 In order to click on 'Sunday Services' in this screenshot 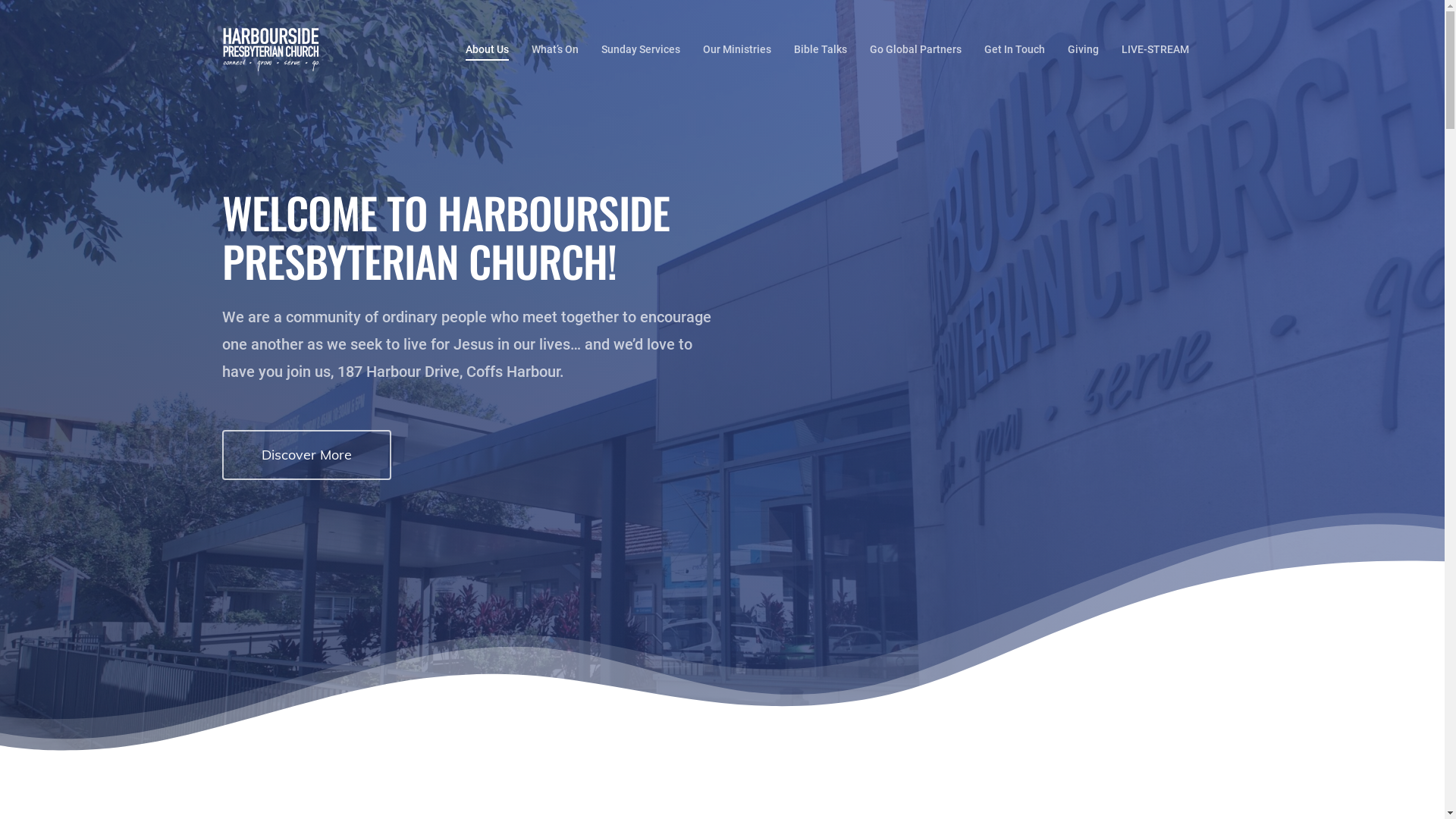, I will do `click(640, 49)`.